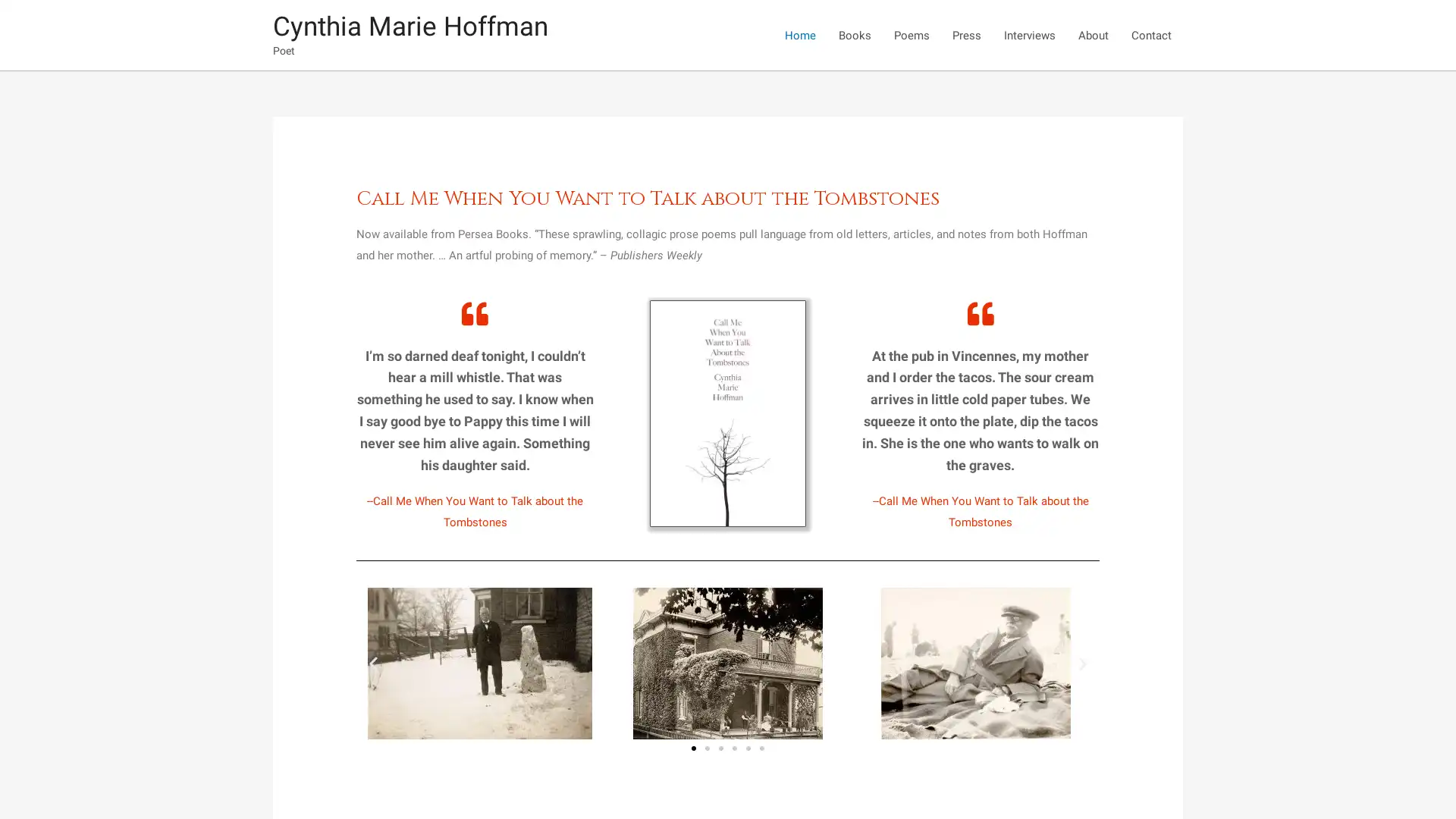 This screenshot has height=819, width=1456. What do you see at coordinates (693, 748) in the screenshot?
I see `Go to slide 1` at bounding box center [693, 748].